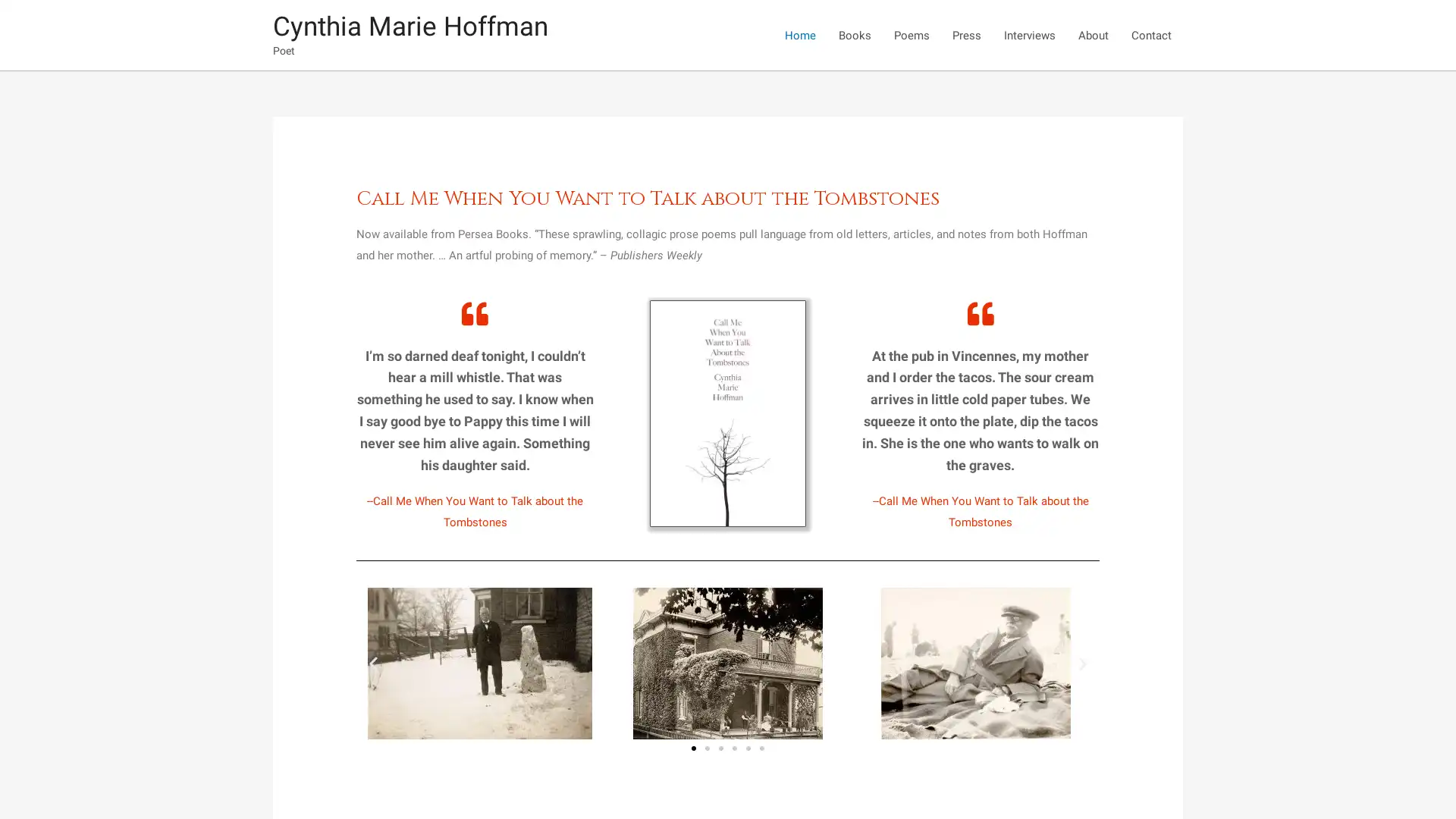 This screenshot has height=819, width=1456. What do you see at coordinates (693, 748) in the screenshot?
I see `Go to slide 1` at bounding box center [693, 748].